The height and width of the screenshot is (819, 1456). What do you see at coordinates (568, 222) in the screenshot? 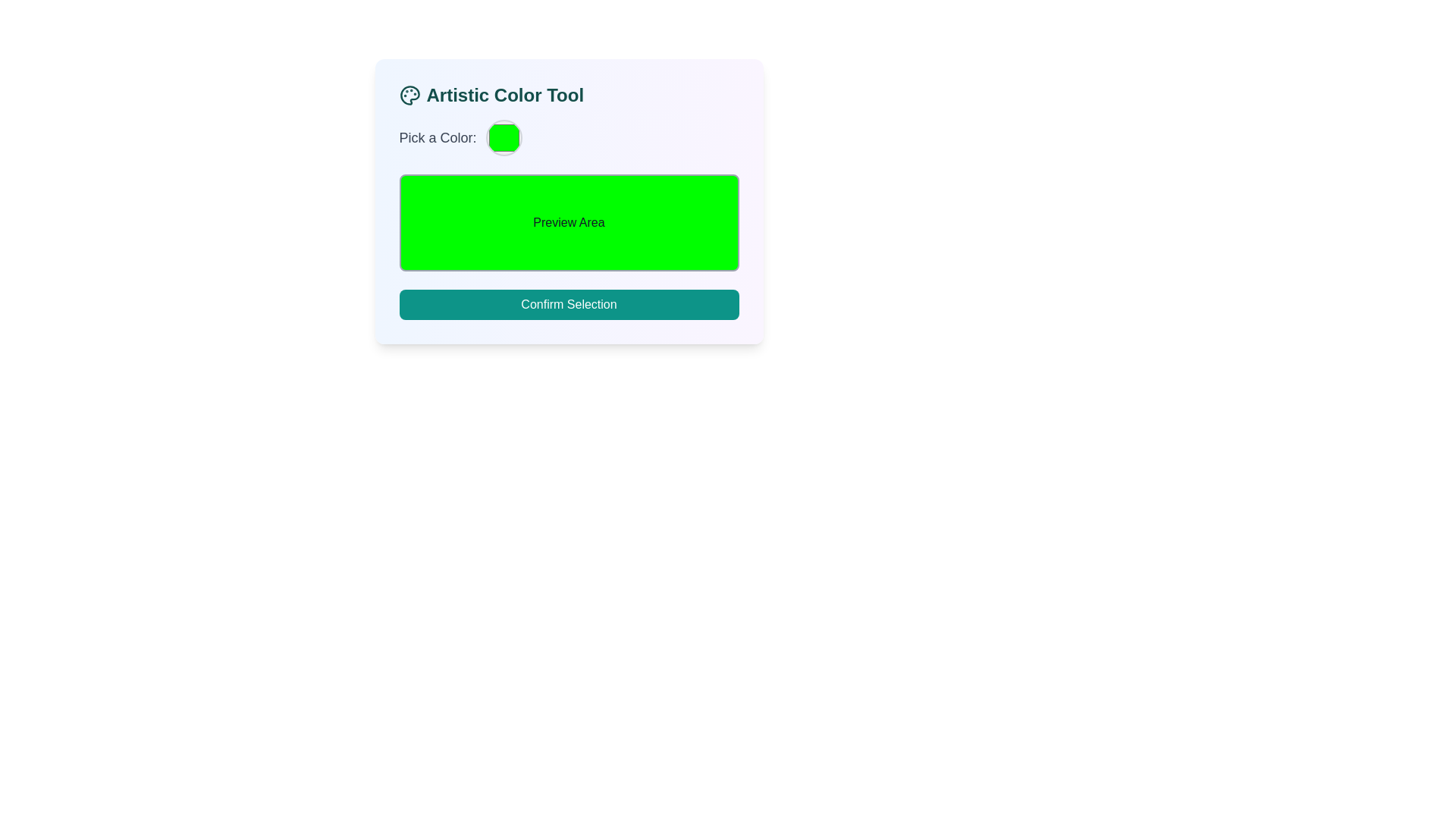
I see `the preview display box with a bright green background and the text 'Preview Area' centered inside, which is located below 'Pick a Color:' and above the 'Confirm Selection' button` at bounding box center [568, 222].